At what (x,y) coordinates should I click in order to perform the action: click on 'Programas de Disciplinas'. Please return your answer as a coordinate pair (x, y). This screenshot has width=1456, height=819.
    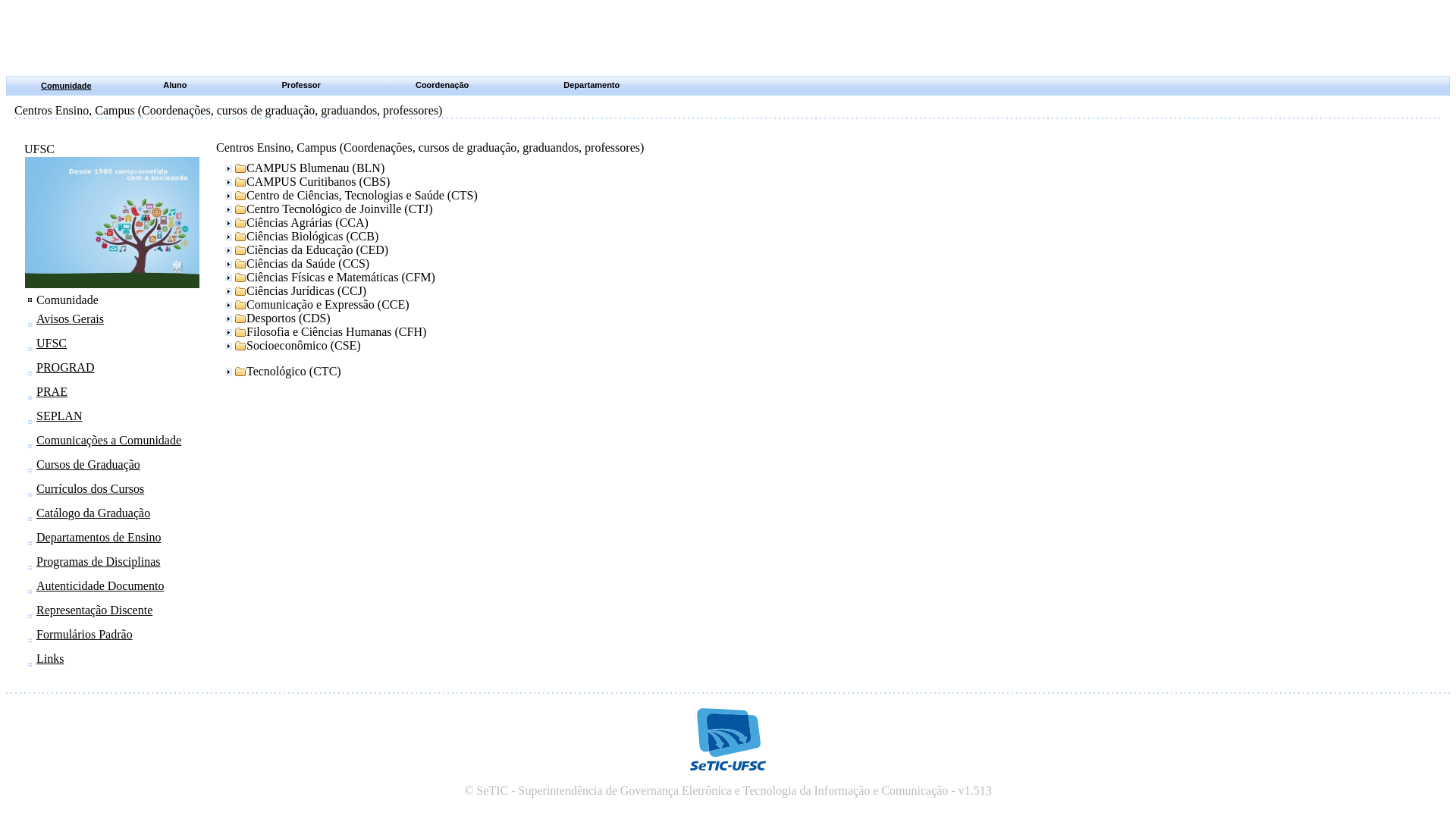
    Looking at the image, I should click on (97, 561).